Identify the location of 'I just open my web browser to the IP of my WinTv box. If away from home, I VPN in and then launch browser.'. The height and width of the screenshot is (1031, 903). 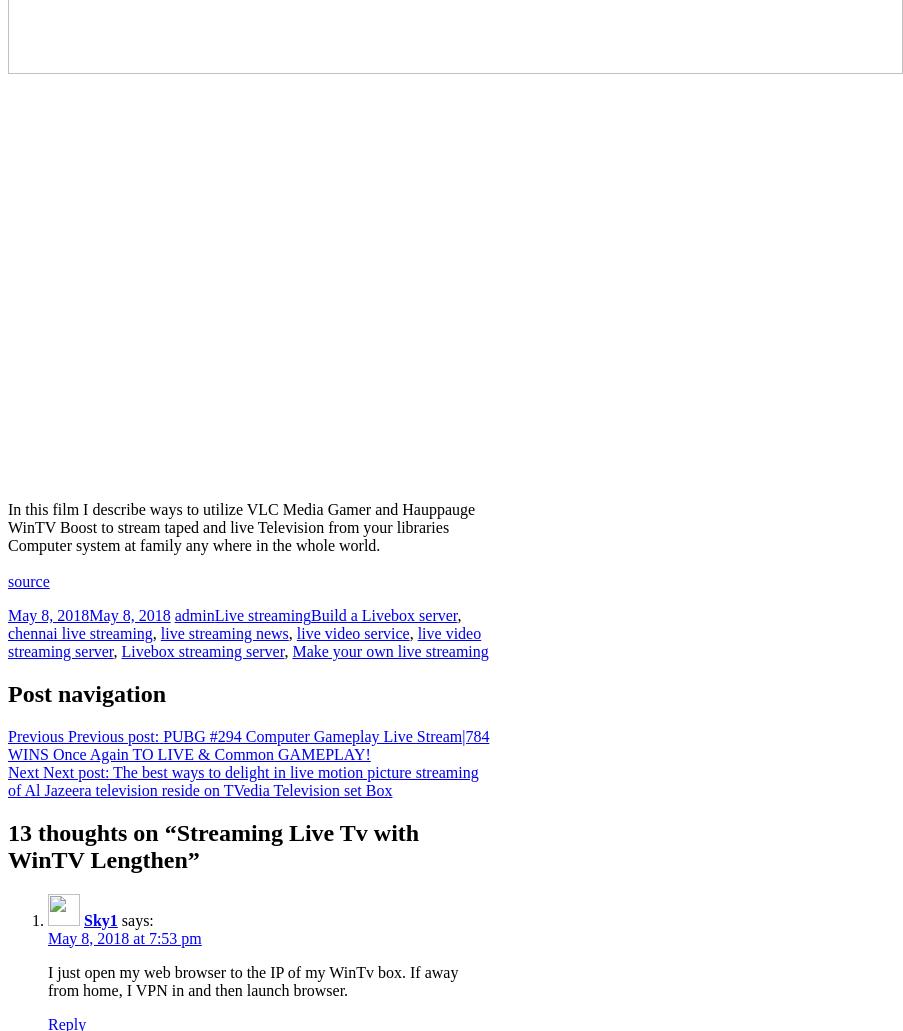
(253, 979).